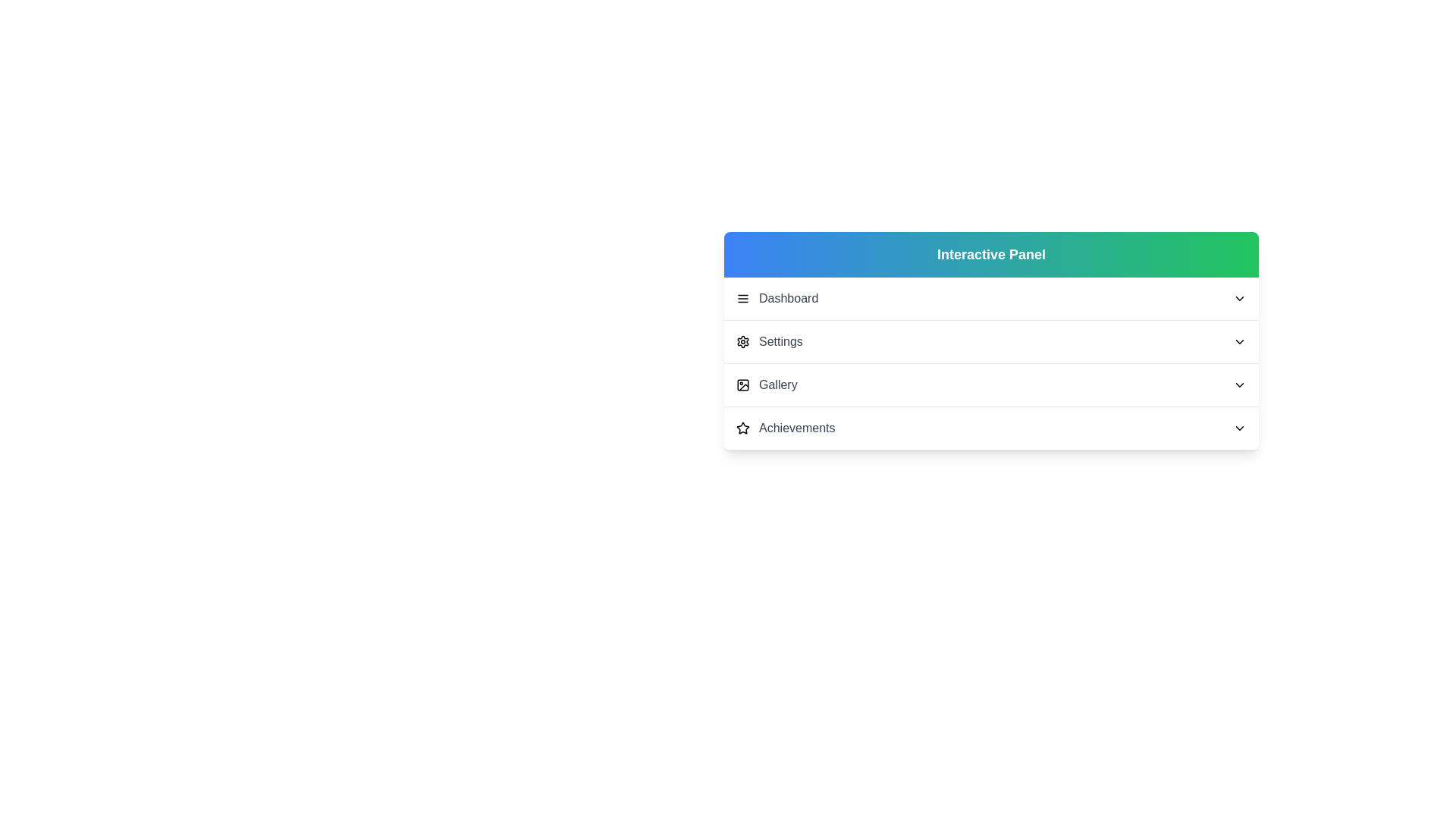 This screenshot has height=819, width=1456. I want to click on the gallery icon located, so click(742, 384).